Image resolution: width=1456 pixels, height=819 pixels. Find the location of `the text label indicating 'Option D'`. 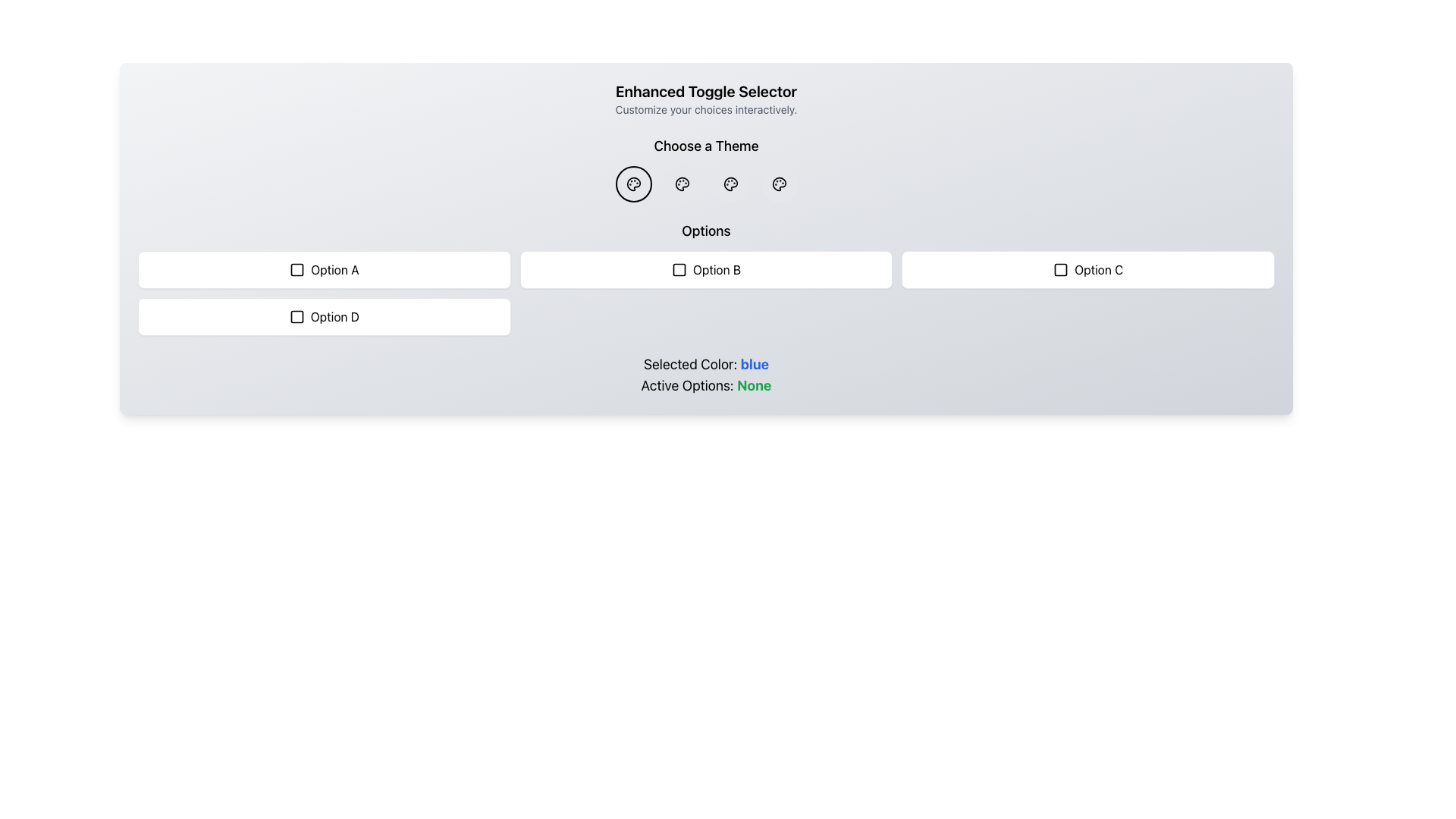

the text label indicating 'Option D' is located at coordinates (334, 315).